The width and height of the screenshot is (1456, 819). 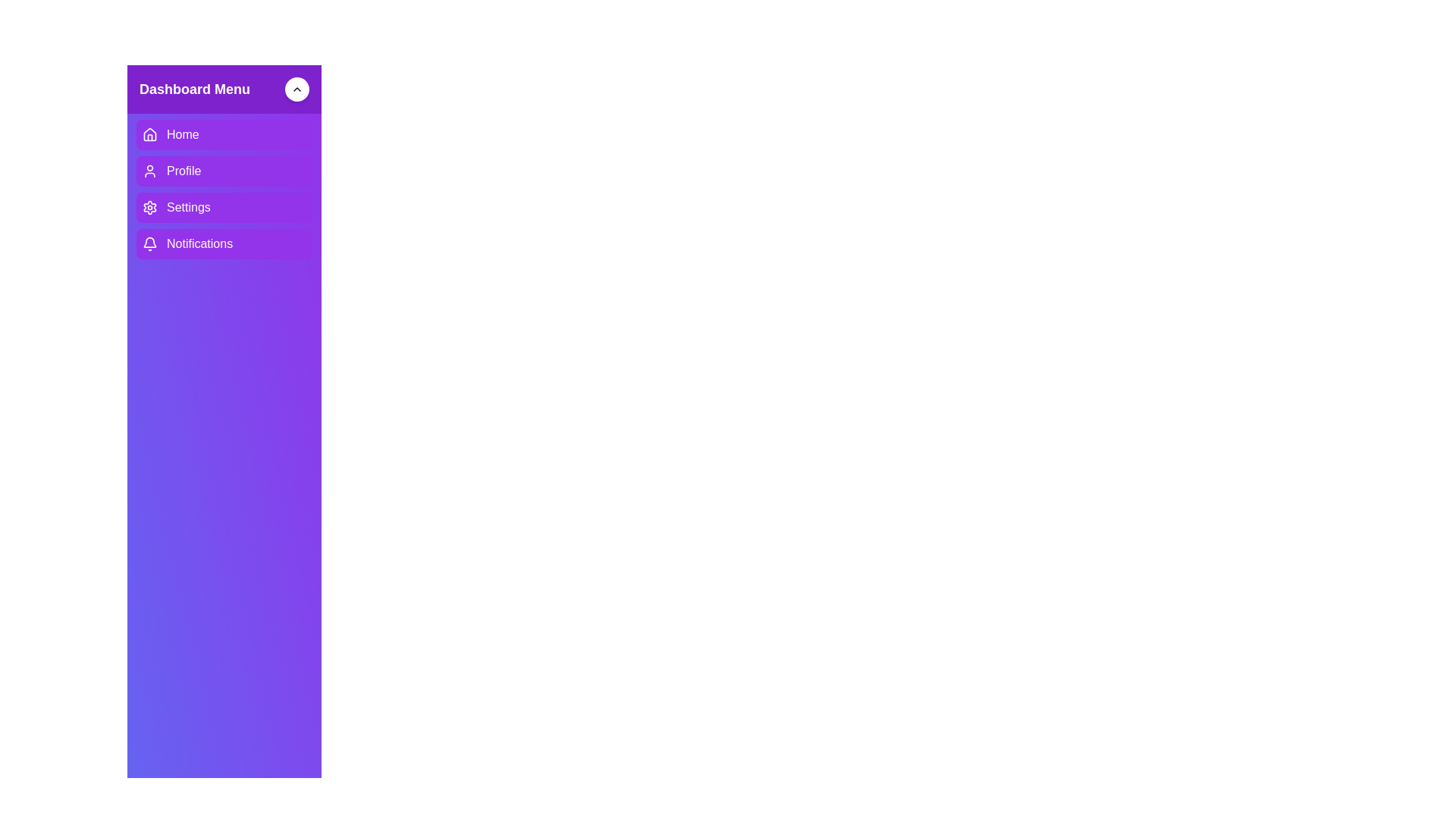 I want to click on the interactive button located in the top-right corner of the purple header bar labeled 'Dashboard Menu', so click(x=297, y=89).